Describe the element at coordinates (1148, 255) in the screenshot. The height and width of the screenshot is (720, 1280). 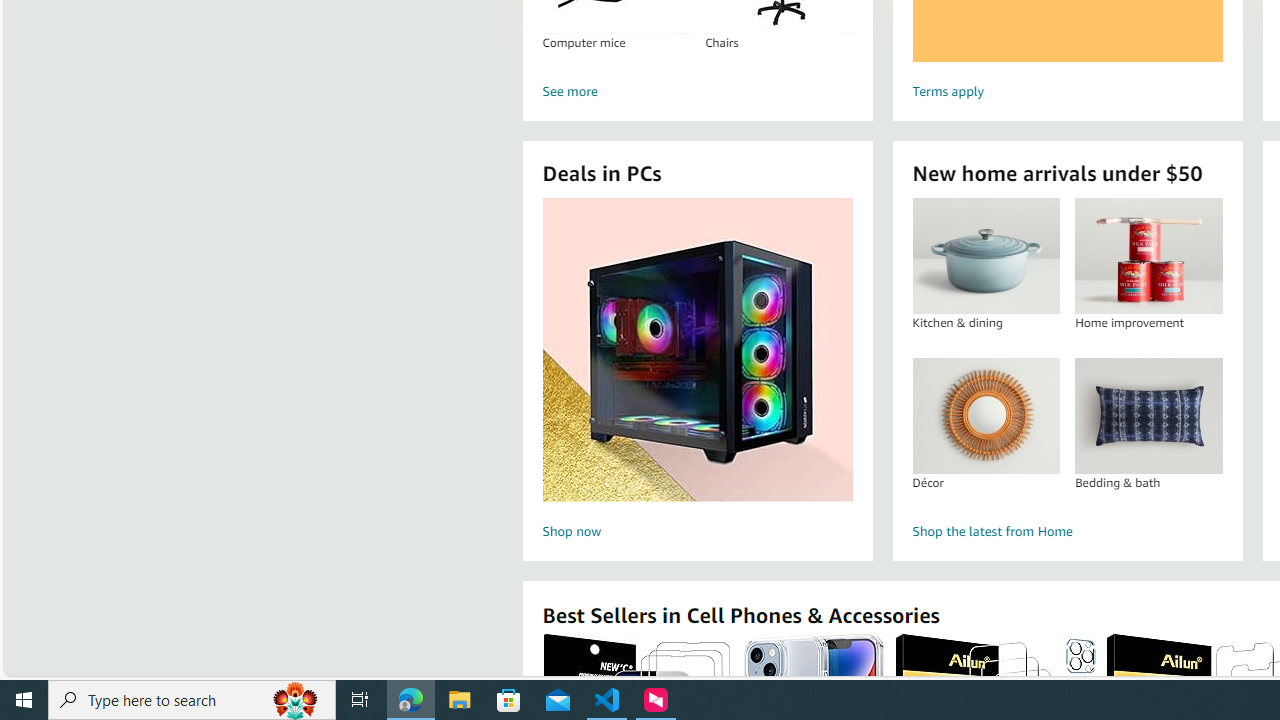
I see `'Home improvement'` at that location.